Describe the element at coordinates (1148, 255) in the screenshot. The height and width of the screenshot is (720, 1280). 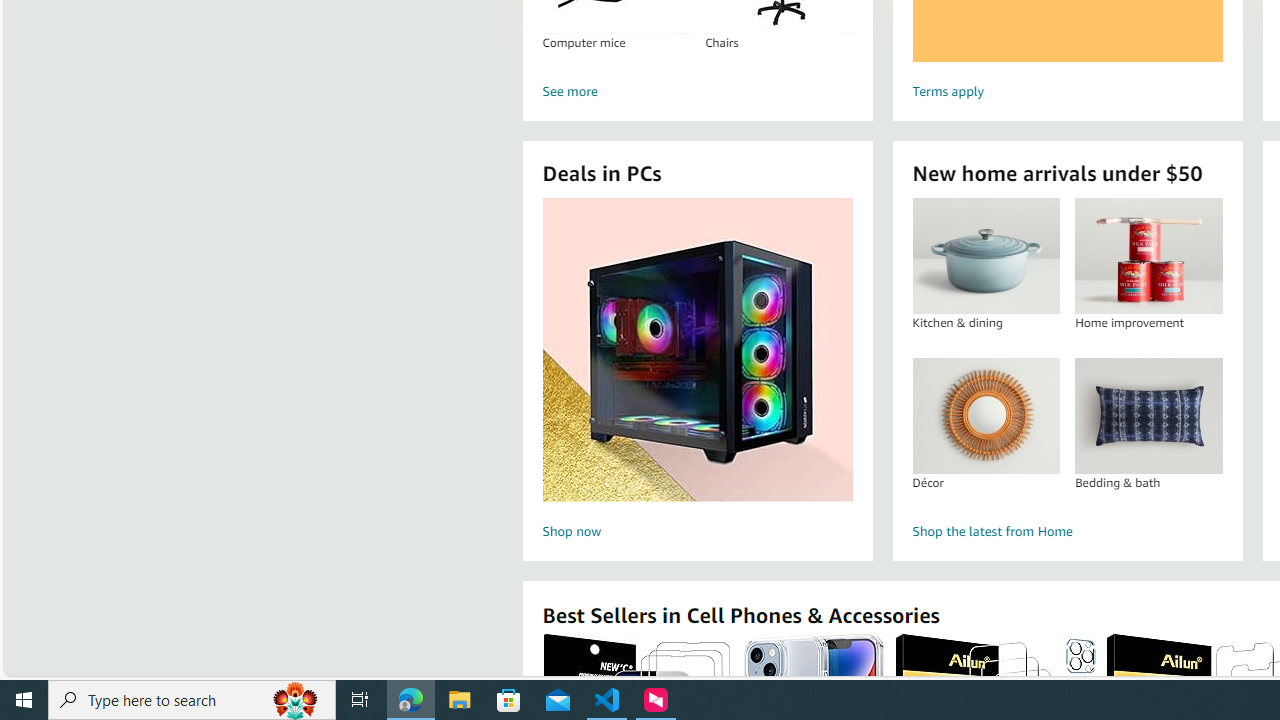
I see `'Home improvement'` at that location.